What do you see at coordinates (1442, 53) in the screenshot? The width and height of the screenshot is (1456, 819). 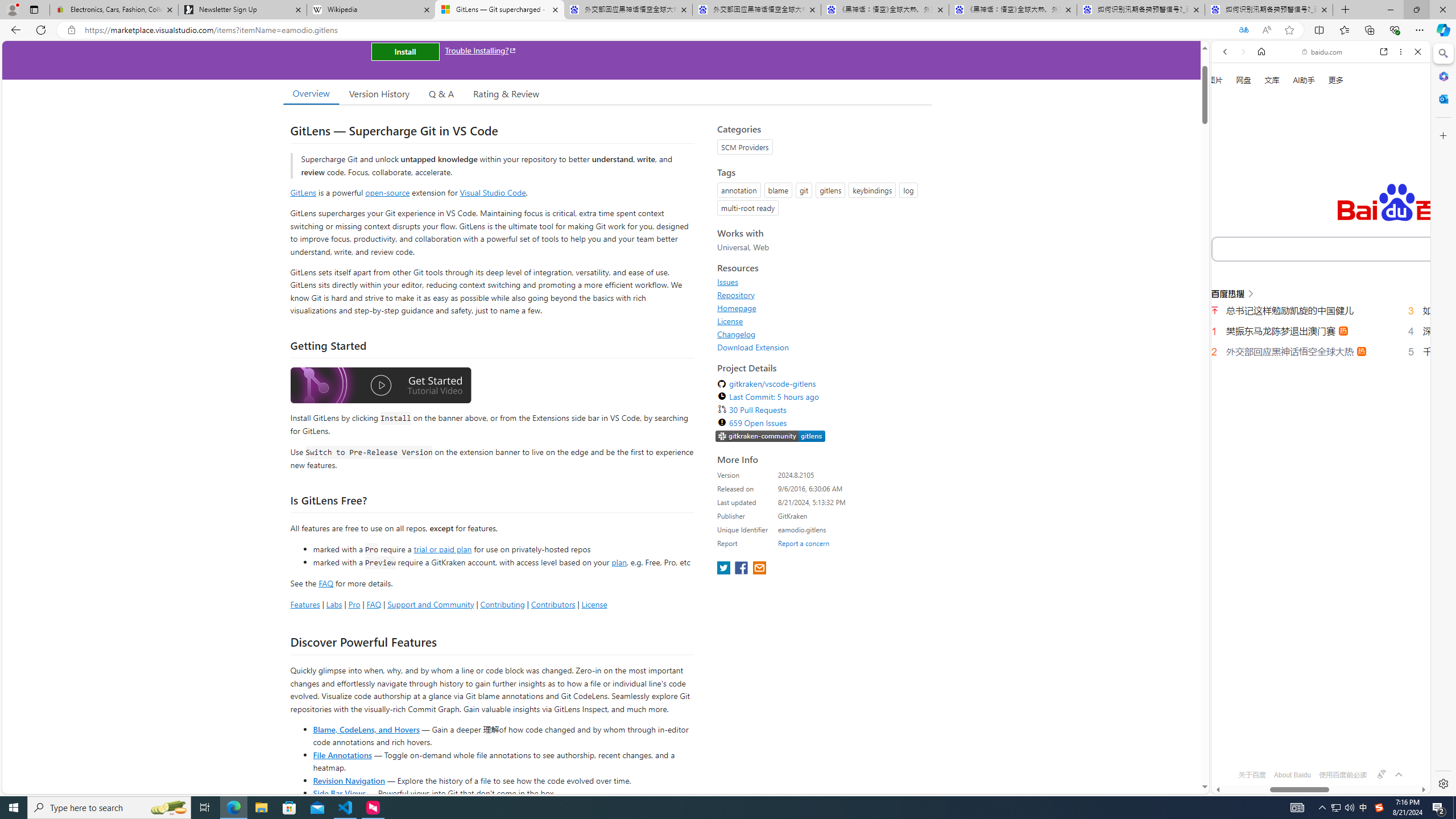 I see `'Search'` at bounding box center [1442, 53].